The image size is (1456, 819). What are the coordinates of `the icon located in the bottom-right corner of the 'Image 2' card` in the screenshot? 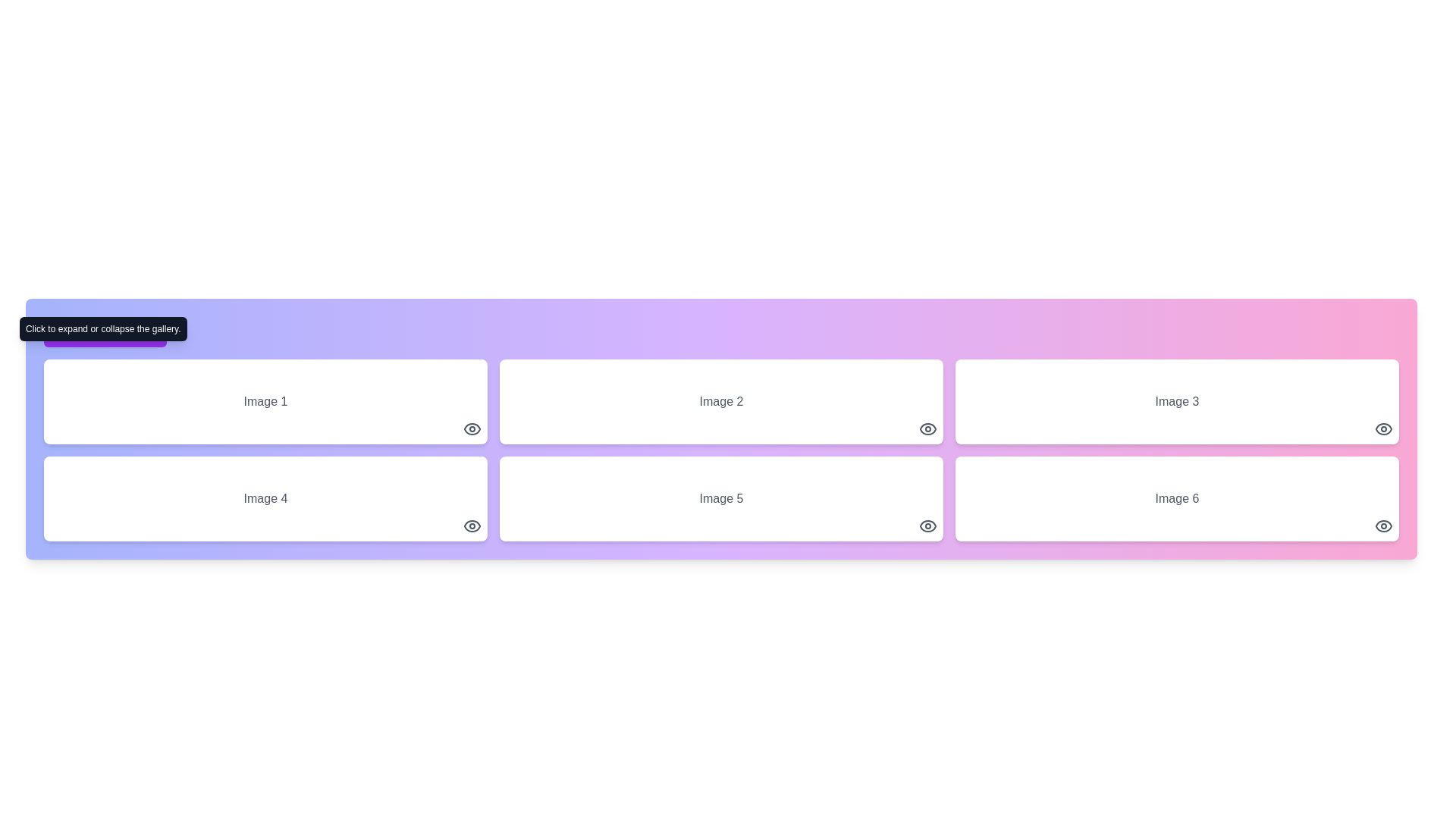 It's located at (927, 429).